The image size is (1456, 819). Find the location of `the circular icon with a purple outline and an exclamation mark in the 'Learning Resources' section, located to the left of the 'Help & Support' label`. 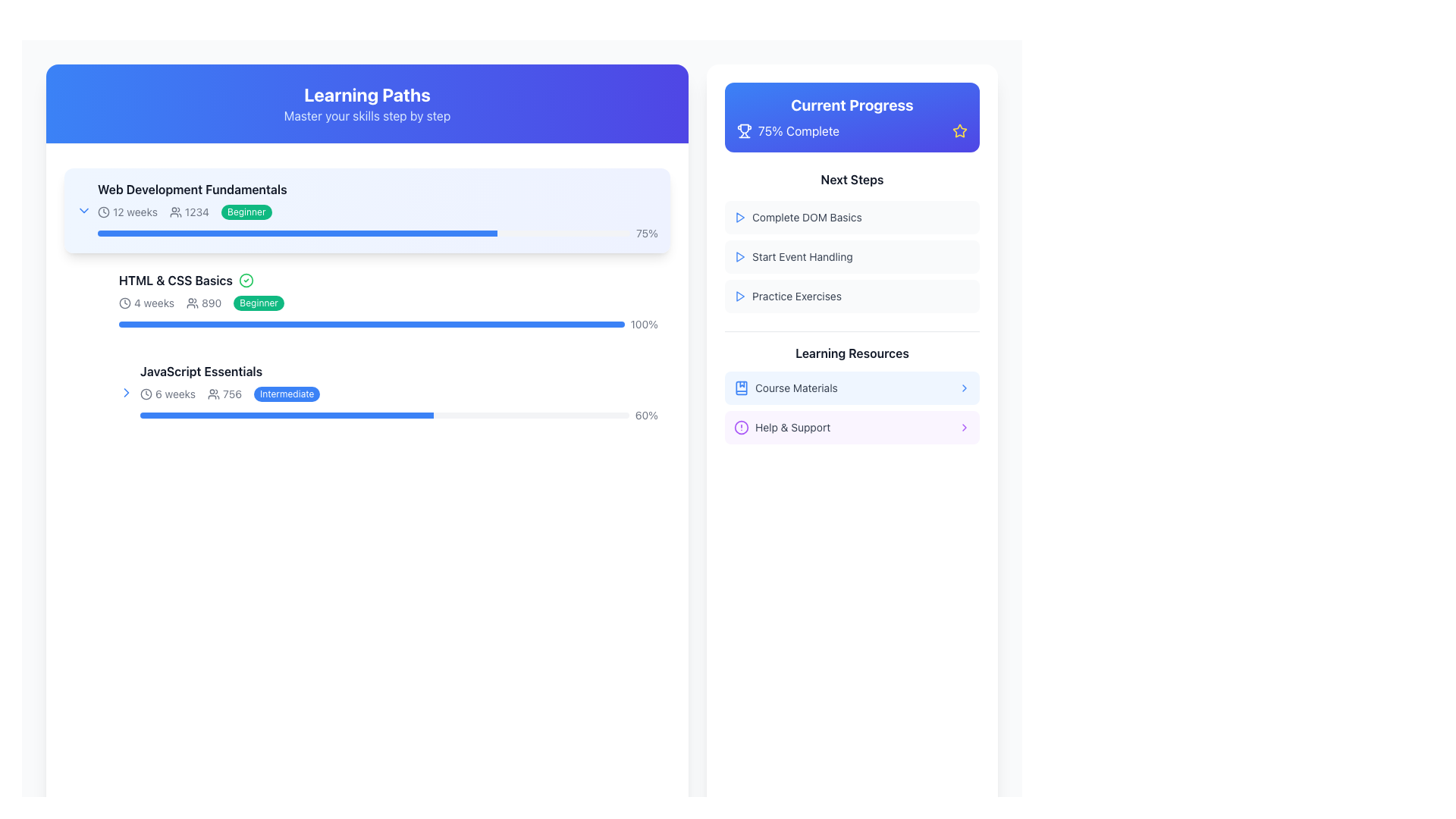

the circular icon with a purple outline and an exclamation mark in the 'Learning Resources' section, located to the left of the 'Help & Support' label is located at coordinates (742, 427).